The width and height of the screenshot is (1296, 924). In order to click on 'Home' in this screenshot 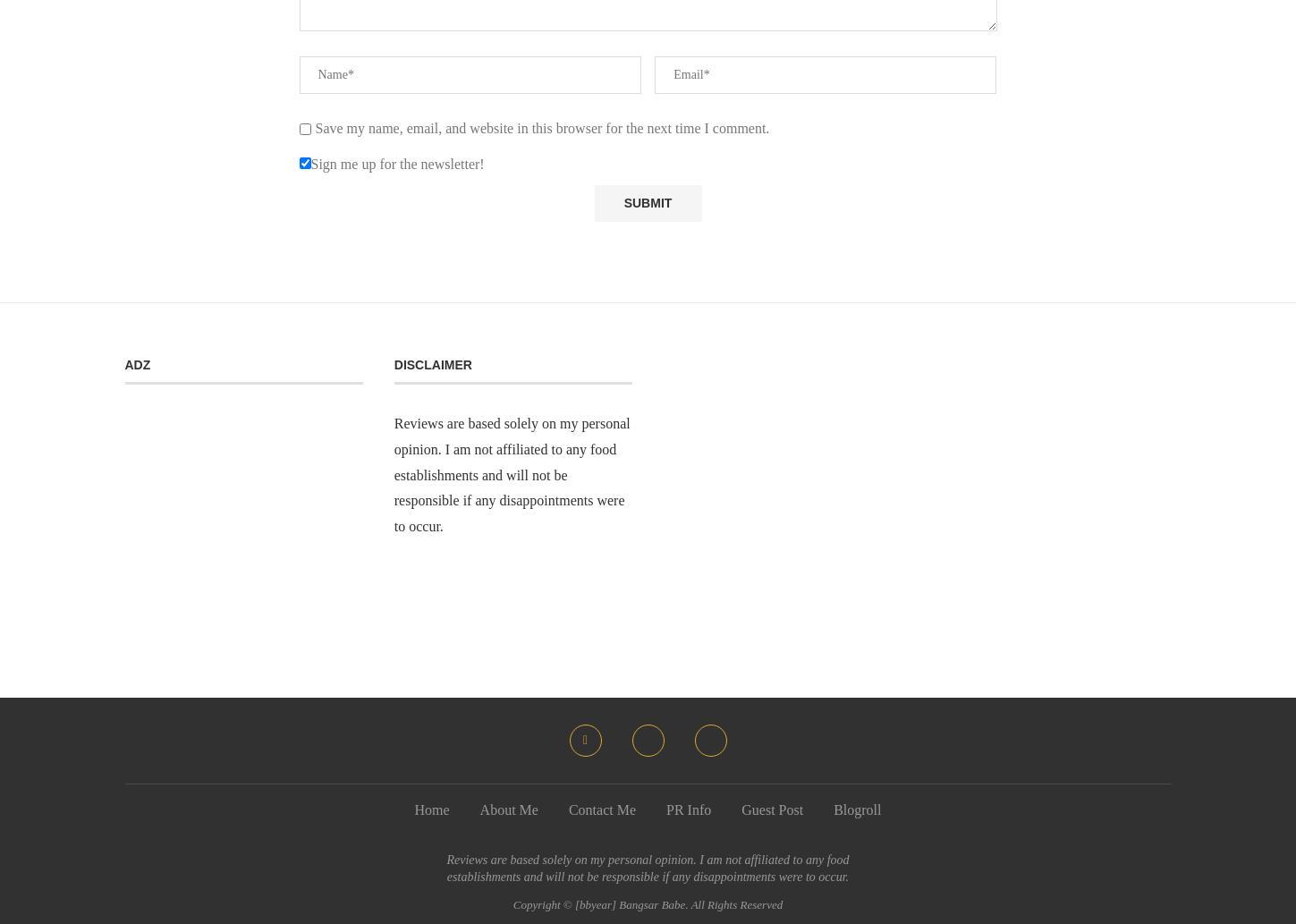, I will do `click(431, 808)`.